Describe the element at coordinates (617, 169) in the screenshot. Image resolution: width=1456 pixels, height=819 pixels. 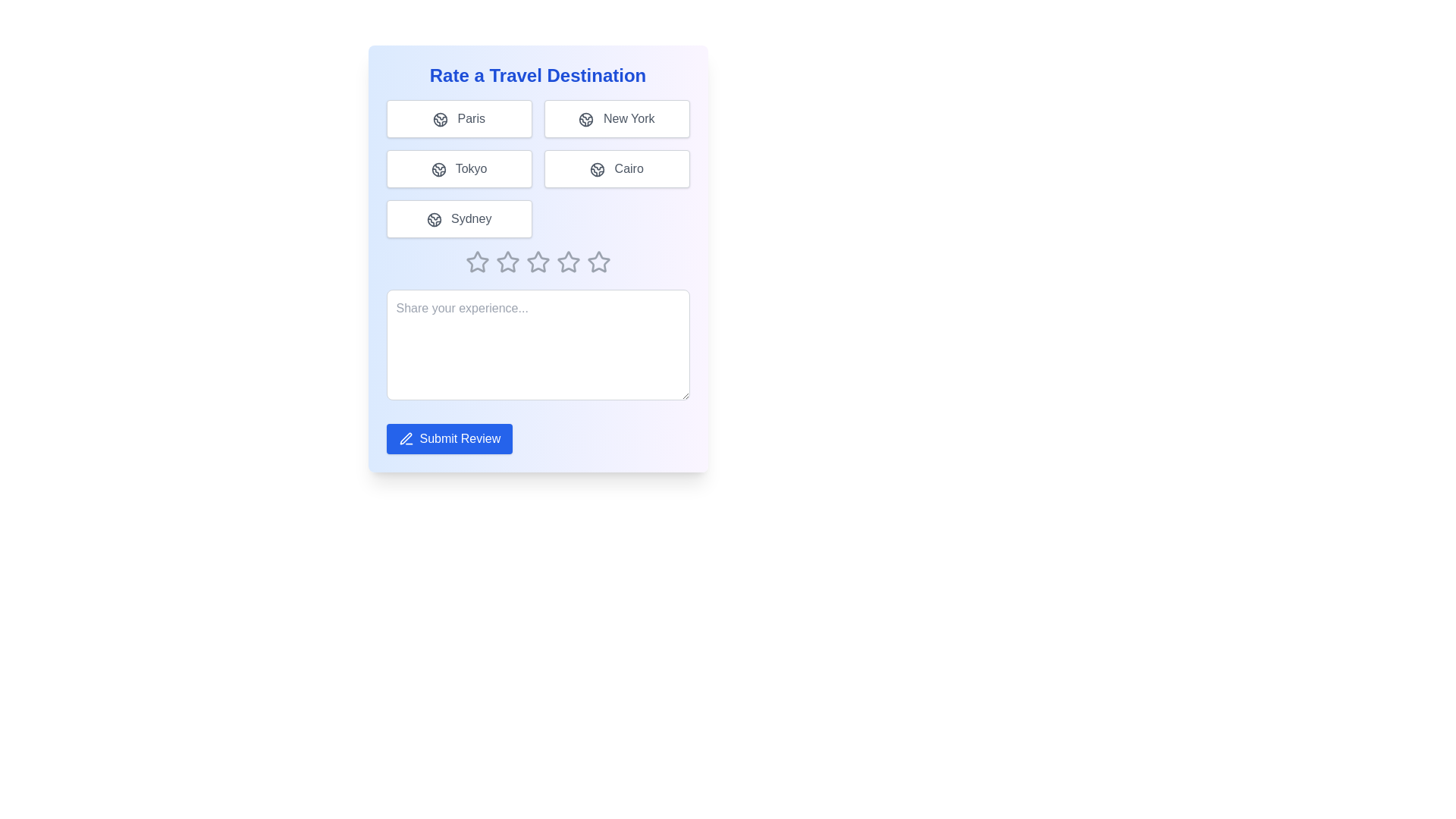
I see `the rectangular button labeled 'Cairo' with a globe icon` at that location.